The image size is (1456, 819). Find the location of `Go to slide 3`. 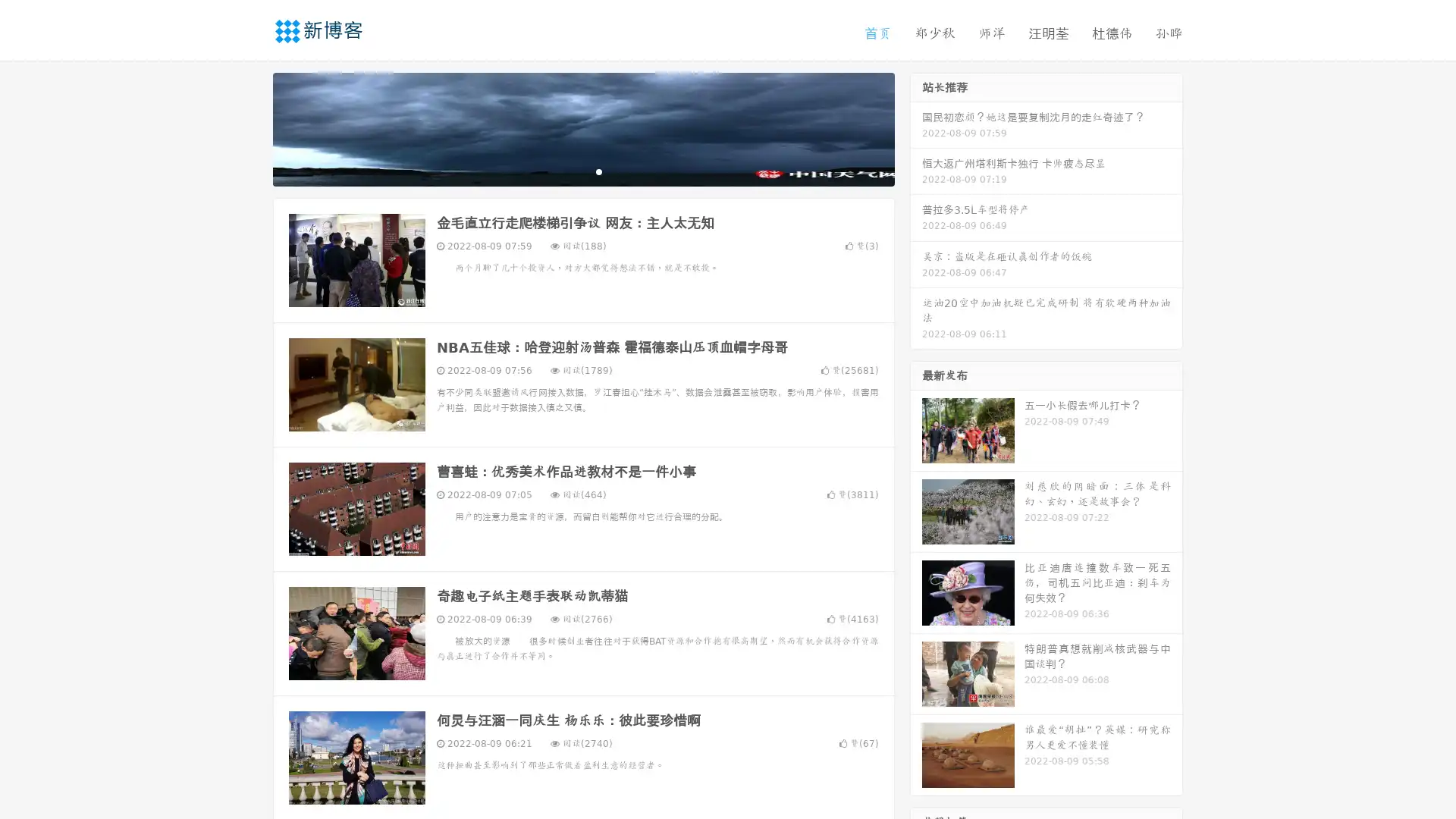

Go to slide 3 is located at coordinates (598, 171).